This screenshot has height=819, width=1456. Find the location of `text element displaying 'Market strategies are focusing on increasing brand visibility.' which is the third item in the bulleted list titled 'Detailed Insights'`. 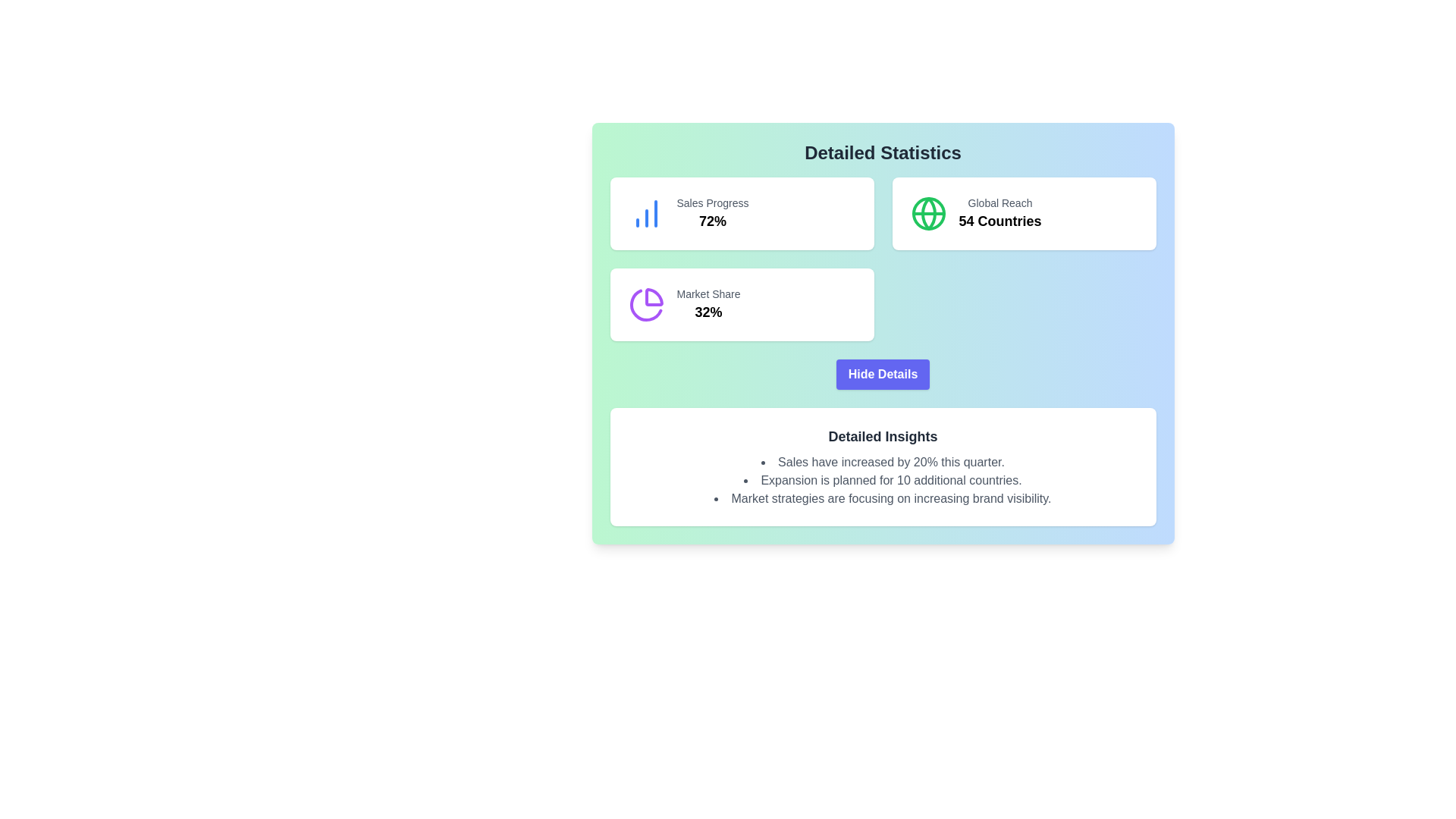

text element displaying 'Market strategies are focusing on increasing brand visibility.' which is the third item in the bulleted list titled 'Detailed Insights' is located at coordinates (883, 499).